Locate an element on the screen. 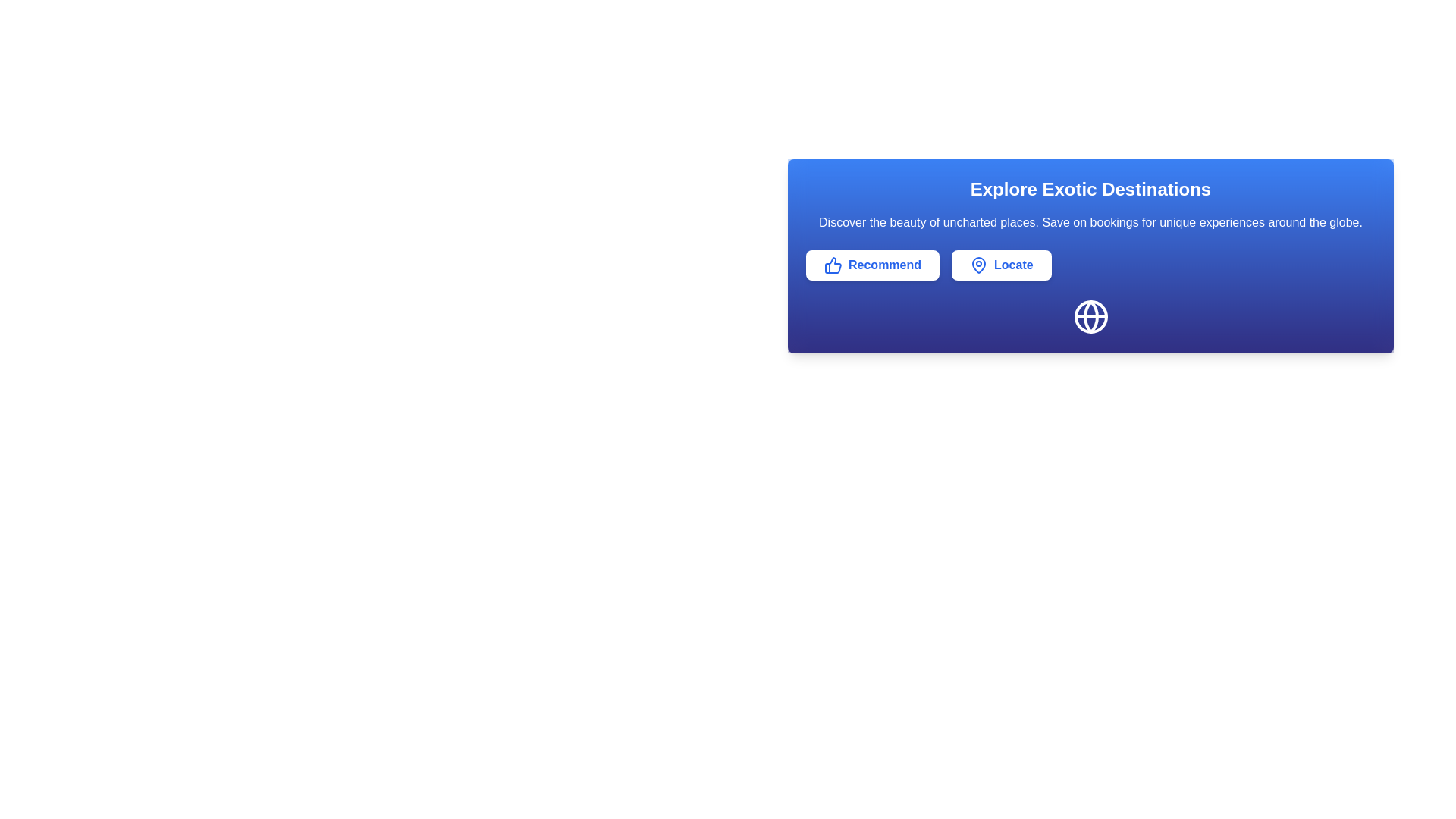 The image size is (1456, 819). the descriptive text block situated below the main heading 'Explore Exotic Destinations' and above the 'Recommend' and 'Locate' buttons is located at coordinates (1090, 222).